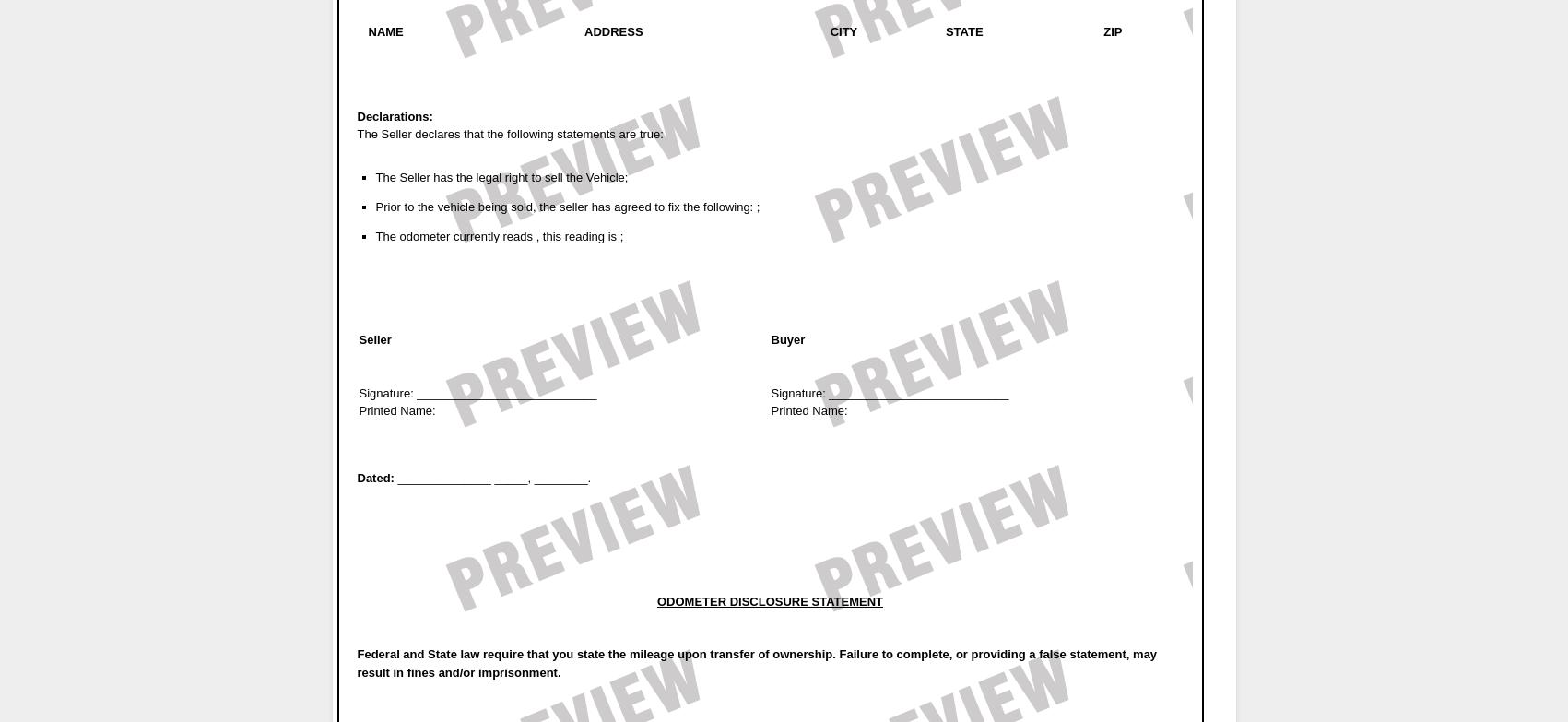 This screenshot has height=722, width=1568. I want to click on 'The Seller declares that the following statements are true:', so click(355, 133).